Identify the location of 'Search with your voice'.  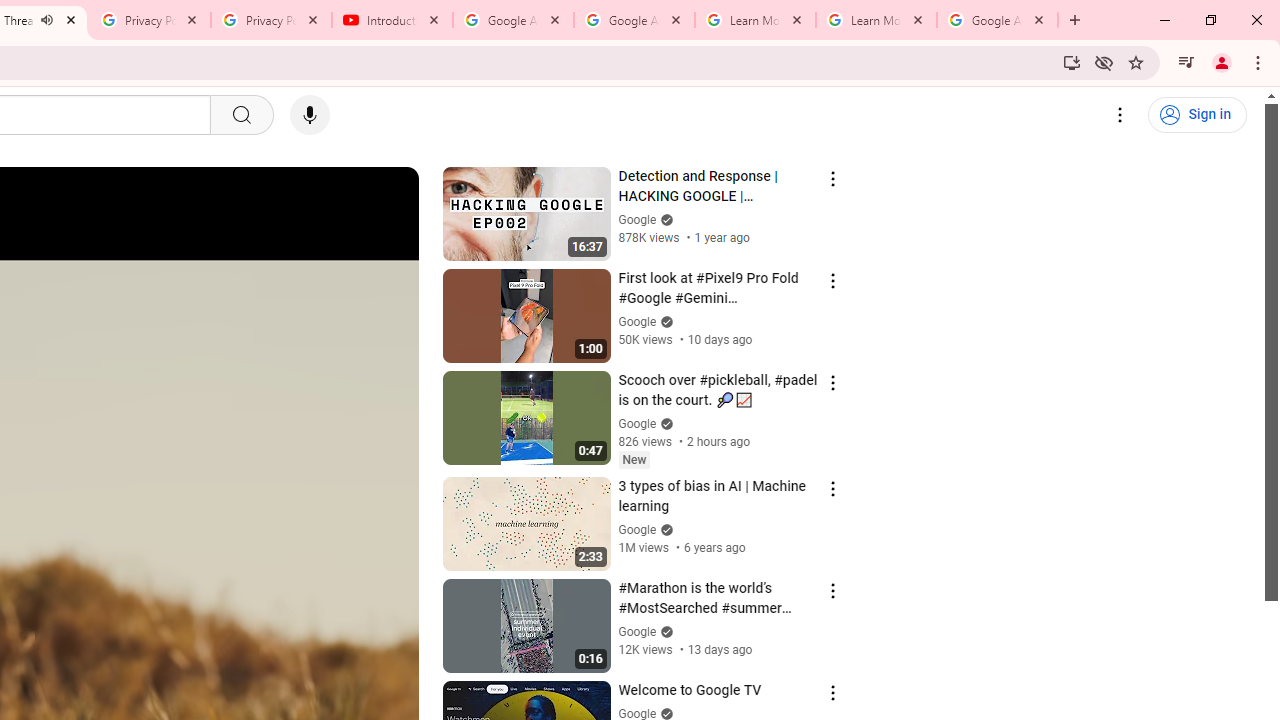
(308, 115).